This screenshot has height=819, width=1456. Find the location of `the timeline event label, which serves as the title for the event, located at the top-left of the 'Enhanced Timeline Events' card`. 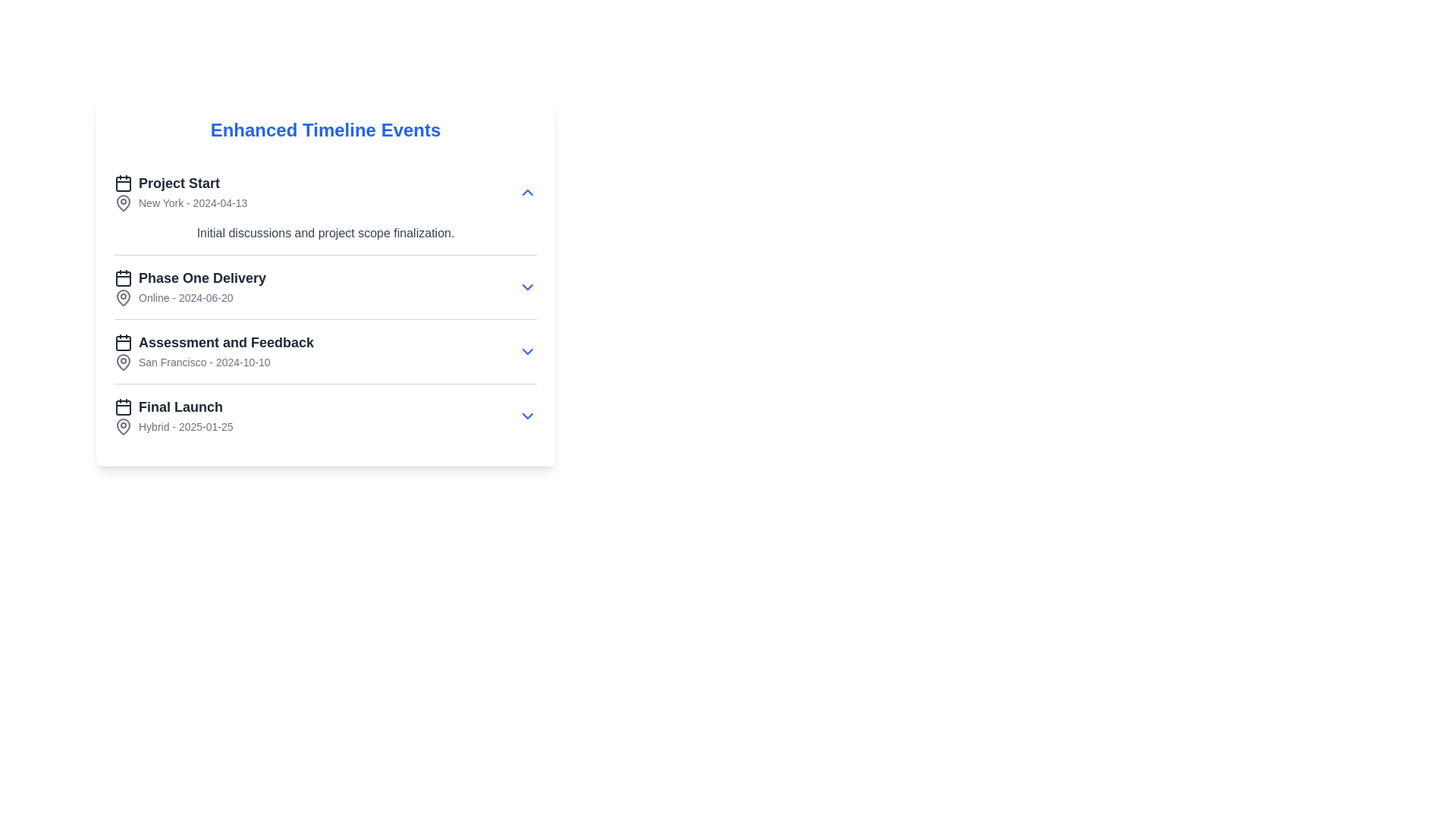

the timeline event label, which serves as the title for the event, located at the top-left of the 'Enhanced Timeline Events' card is located at coordinates (180, 183).